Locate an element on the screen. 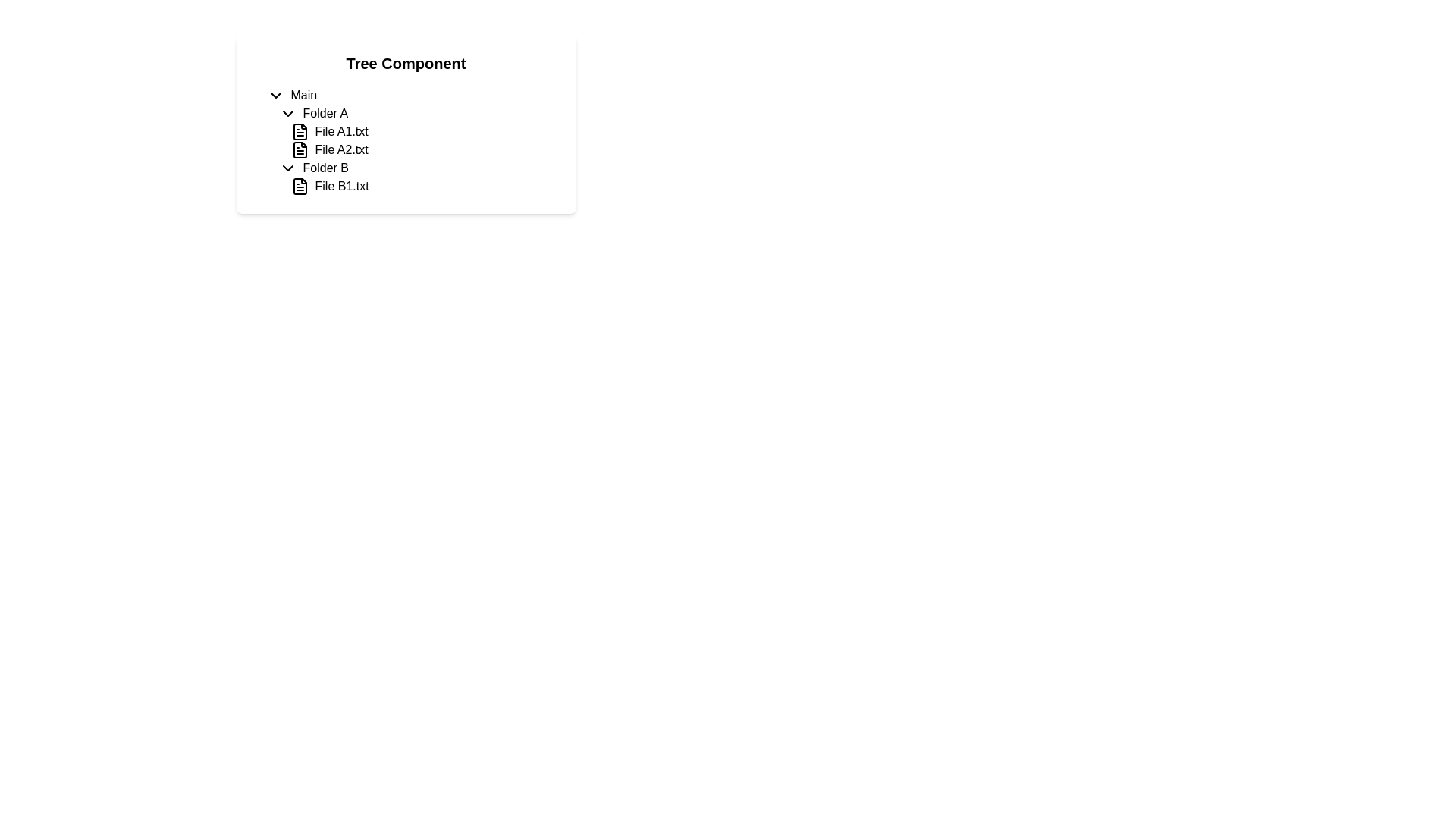 Image resolution: width=1456 pixels, height=819 pixels. the downward-facing chevron icon located to the left of 'Folder B' in the tree structure display is located at coordinates (287, 168).